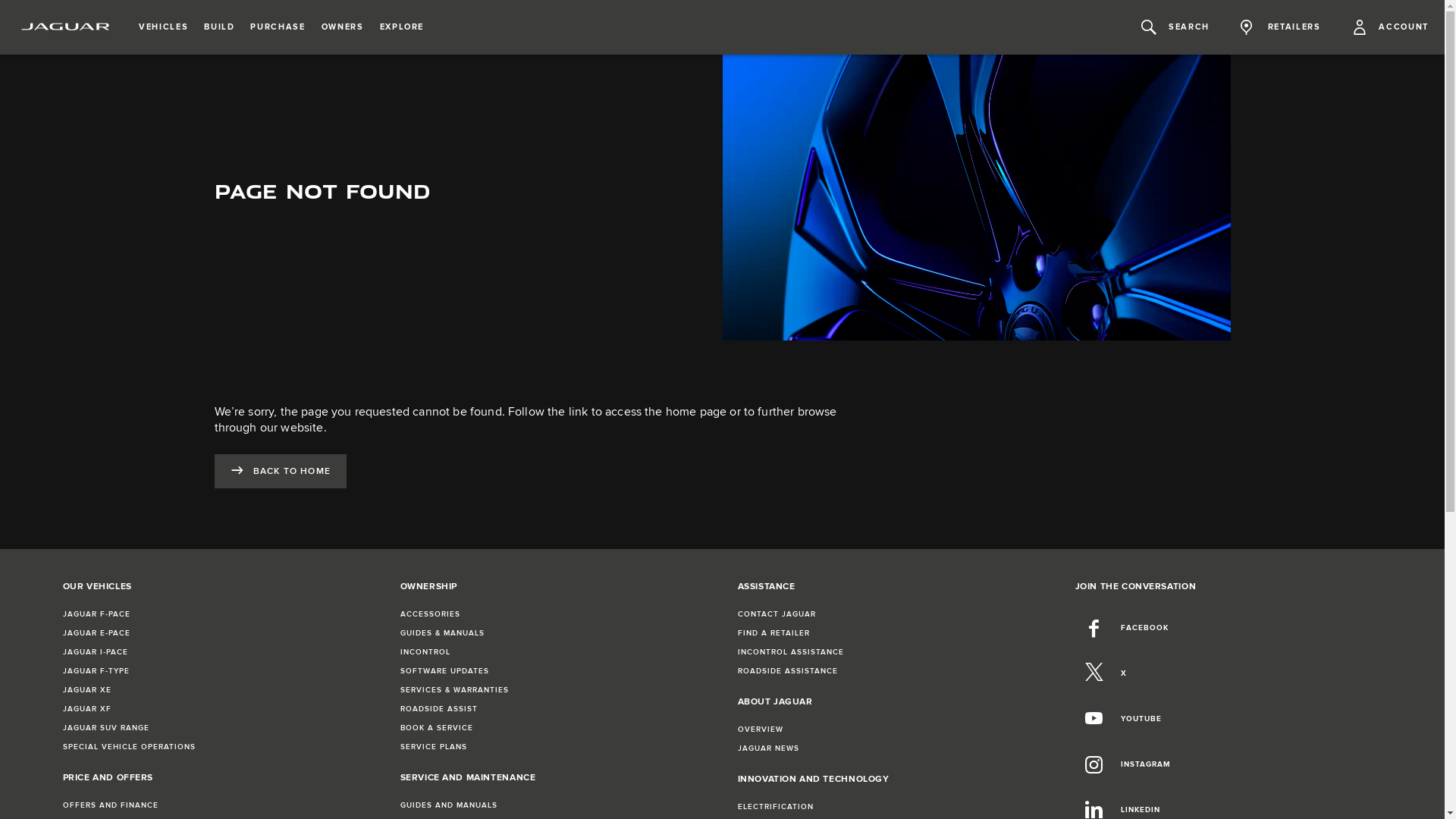  I want to click on 'VEHICLES', so click(163, 27).